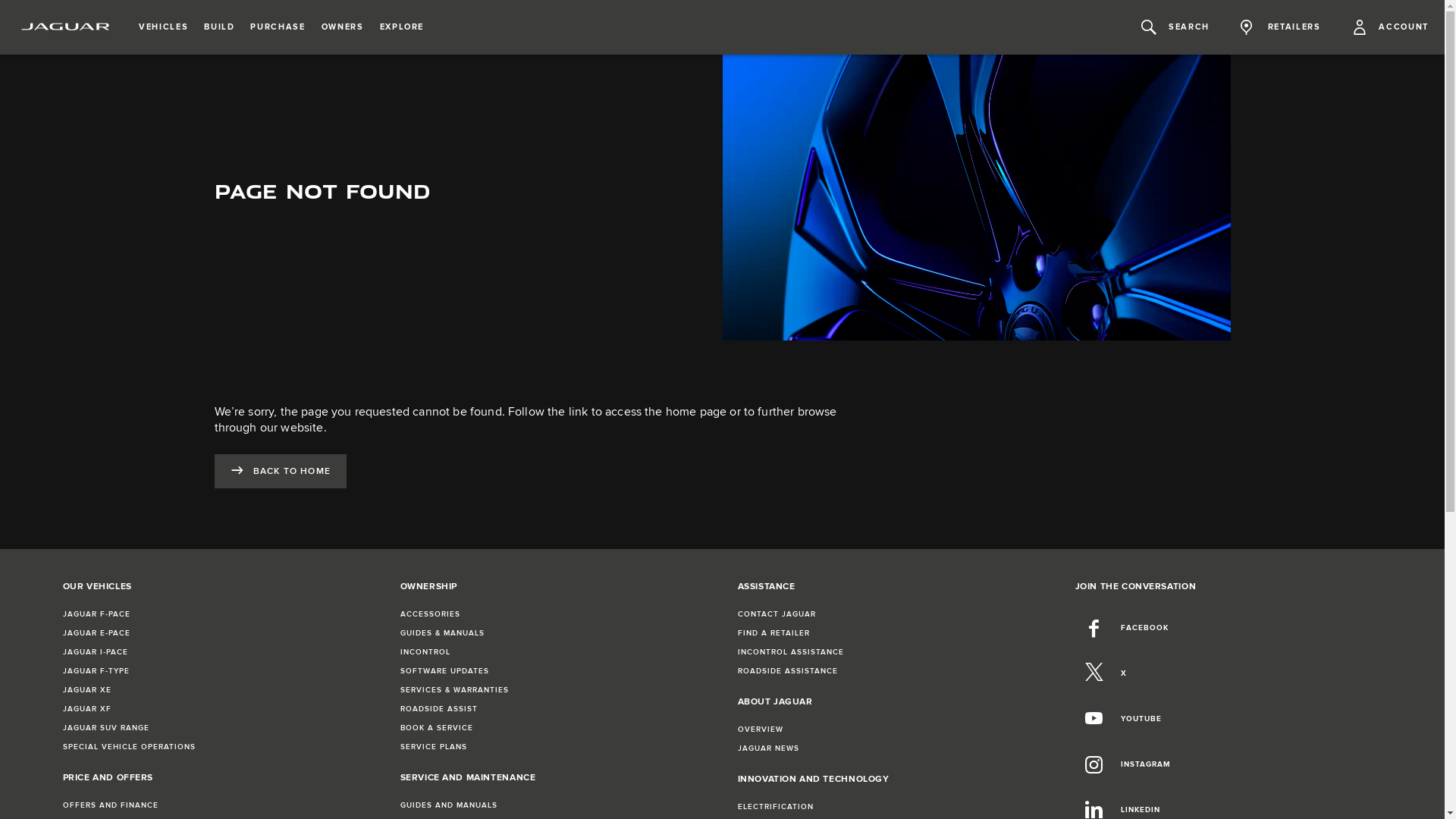  I want to click on 'VEHICLES', so click(163, 27).